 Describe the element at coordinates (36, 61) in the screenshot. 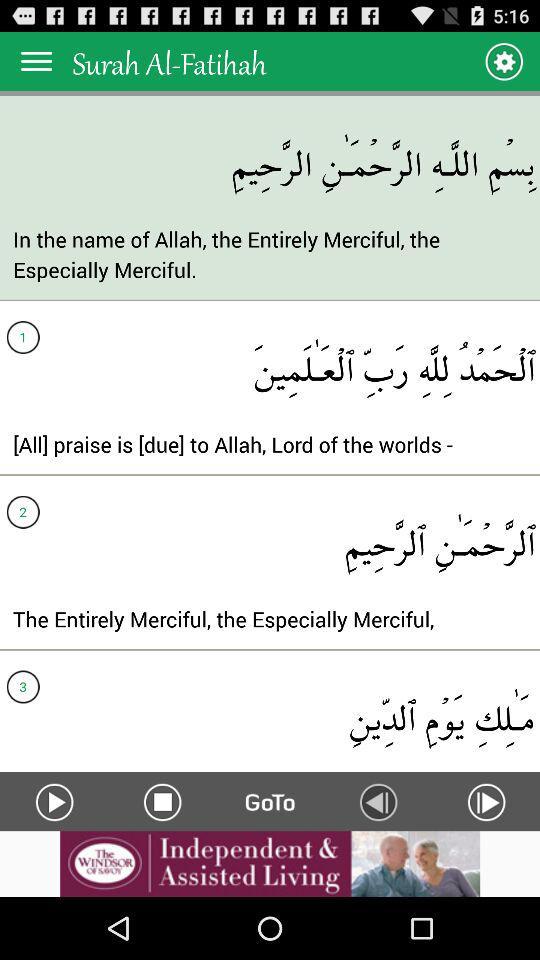

I see `menu button` at that location.